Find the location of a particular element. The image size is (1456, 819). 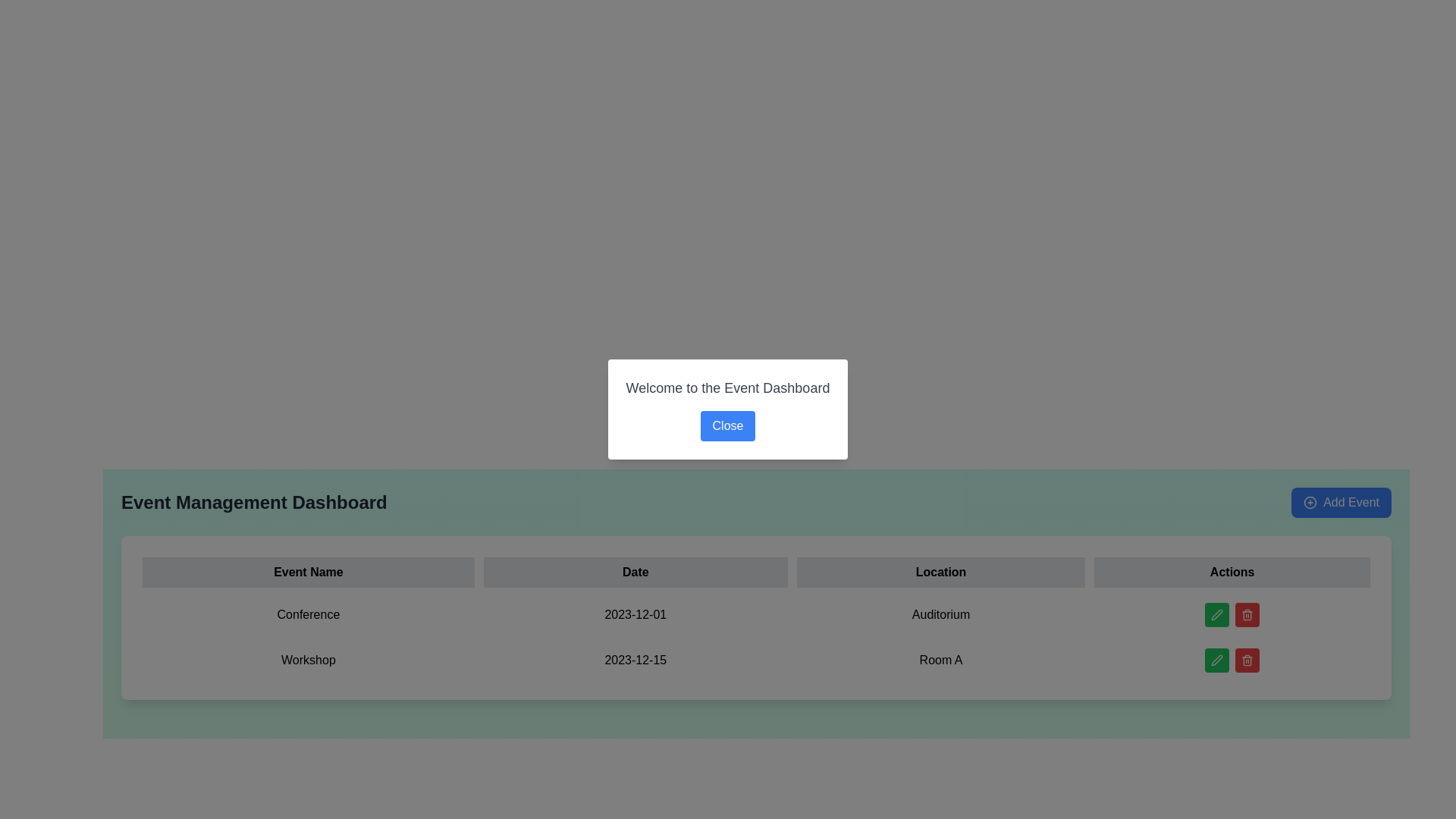

the delete icon located in the Actions column of the first row is located at coordinates (1247, 614).